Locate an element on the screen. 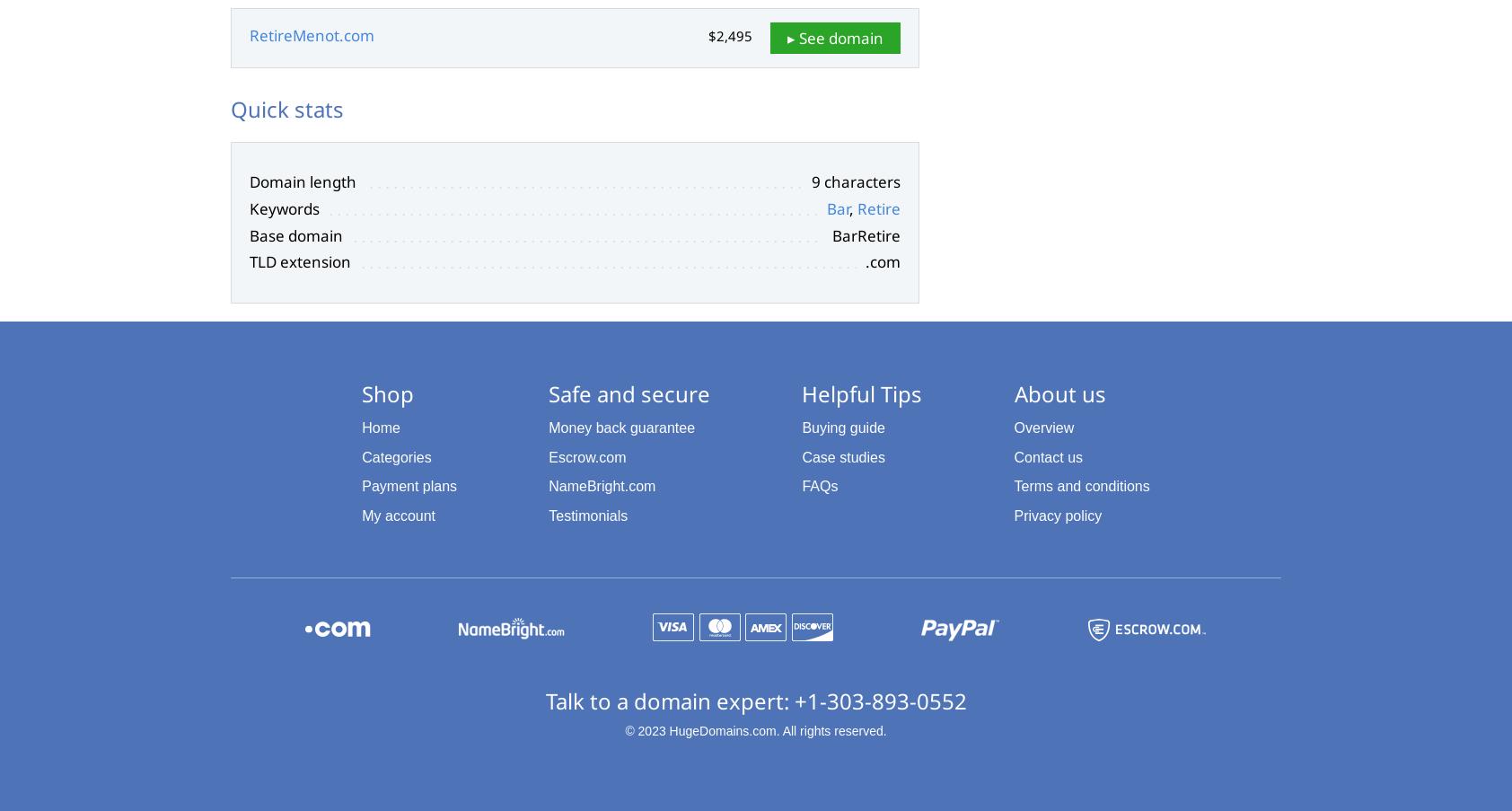 This screenshot has width=1512, height=811. 'Keywords' is located at coordinates (284, 207).